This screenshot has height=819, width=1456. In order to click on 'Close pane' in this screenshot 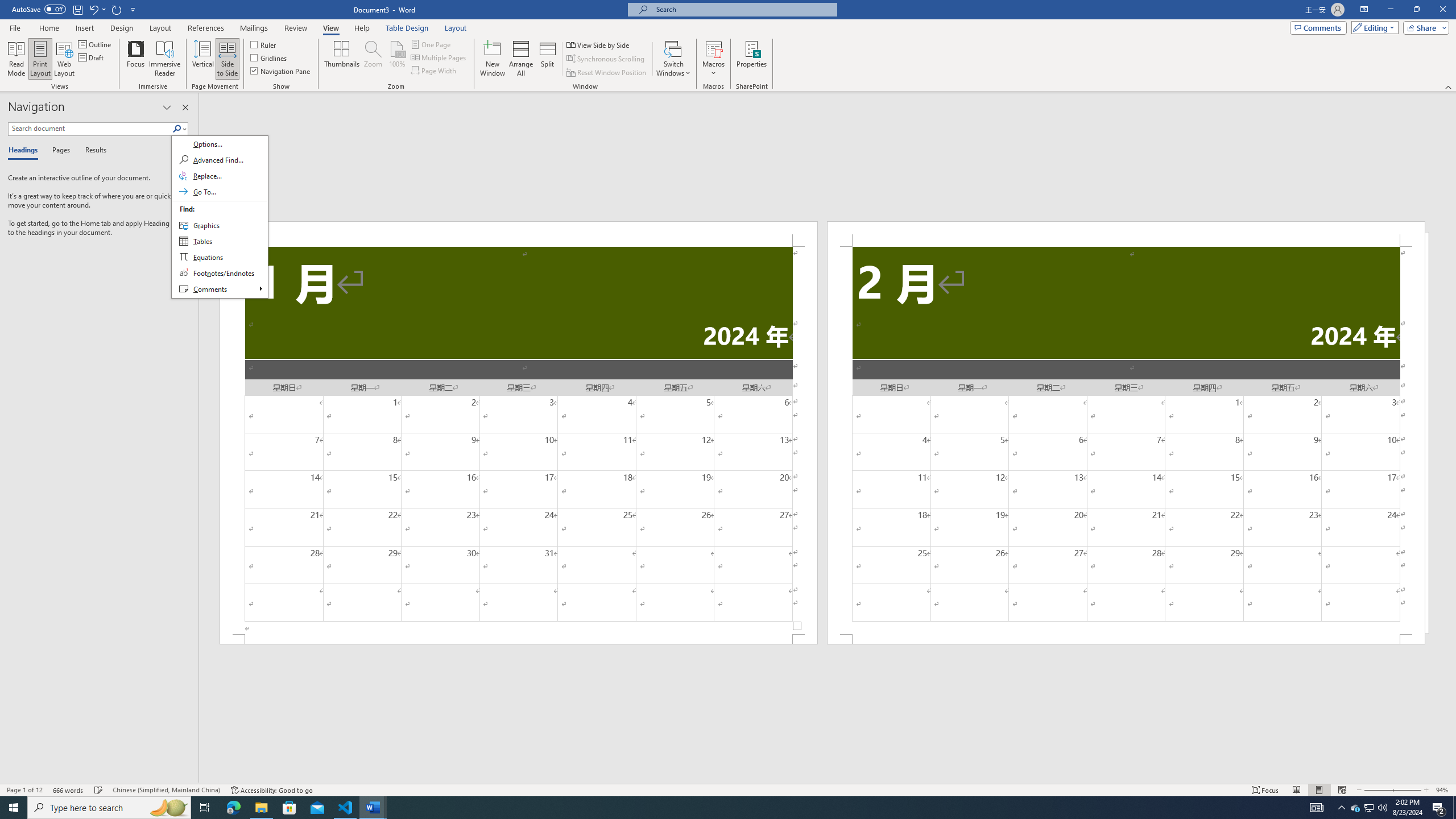, I will do `click(185, 107)`.